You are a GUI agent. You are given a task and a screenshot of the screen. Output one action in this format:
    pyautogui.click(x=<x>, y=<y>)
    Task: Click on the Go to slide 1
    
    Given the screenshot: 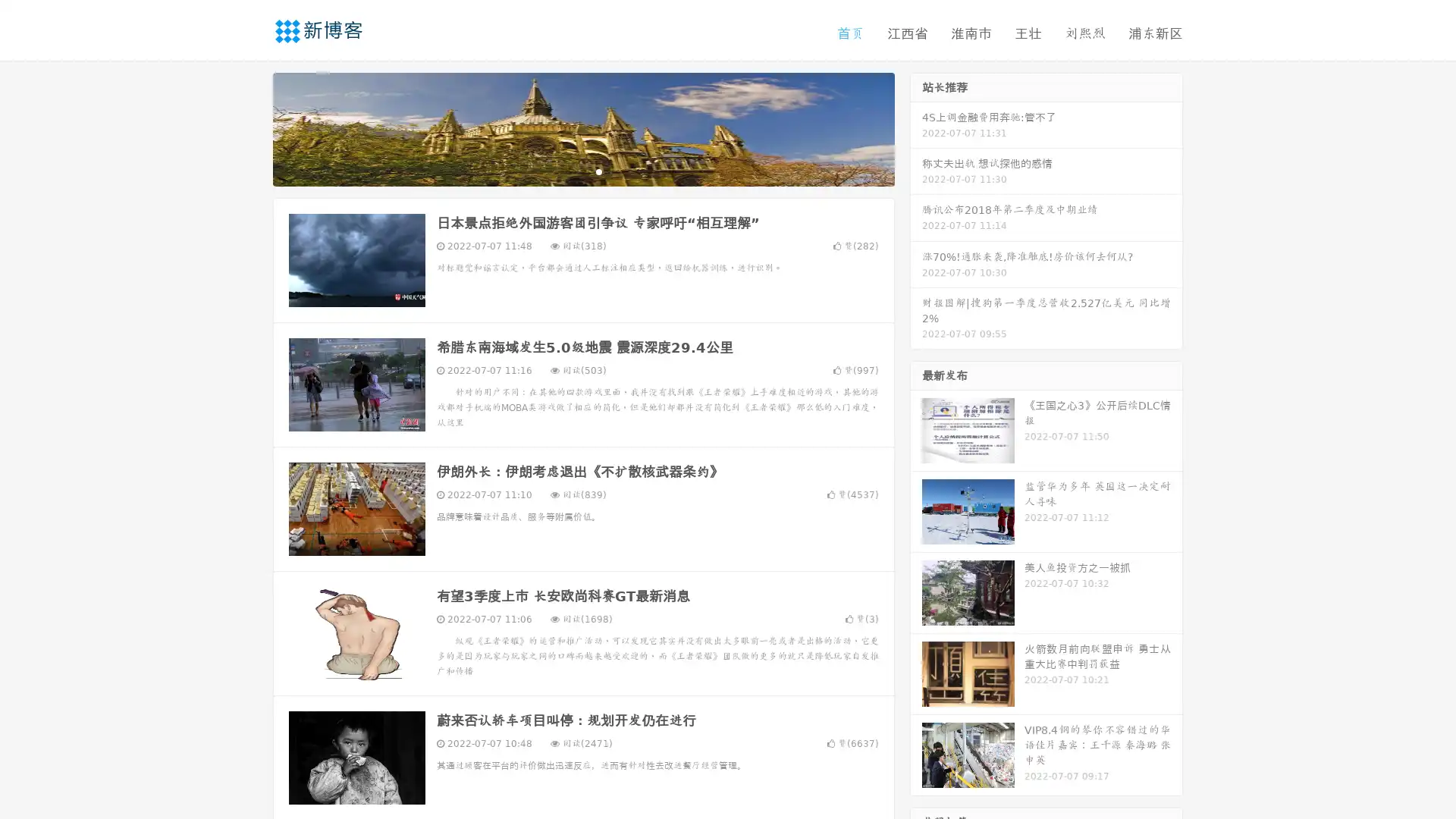 What is the action you would take?
    pyautogui.click(x=567, y=171)
    